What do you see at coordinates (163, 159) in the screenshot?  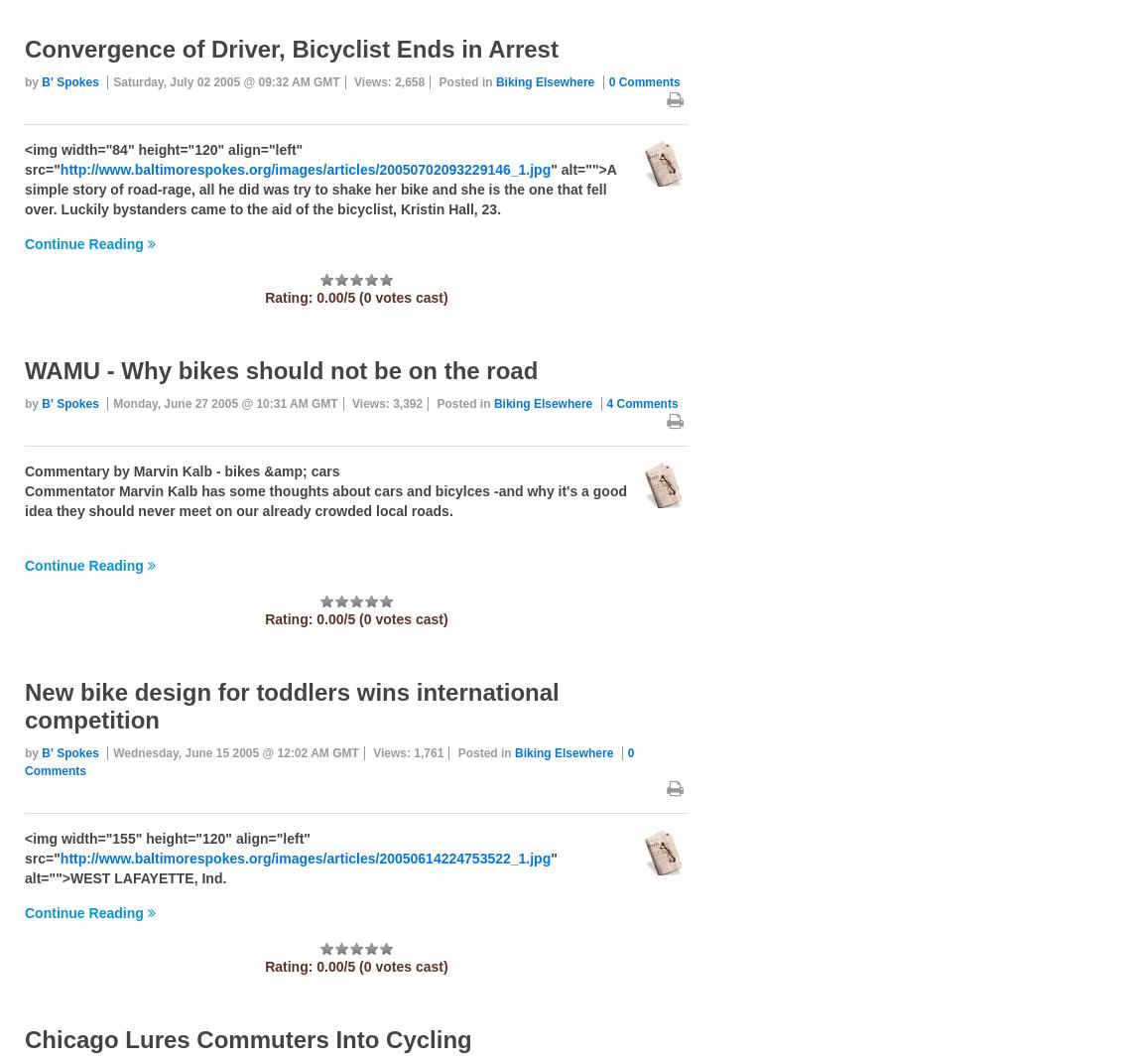 I see `'<img width="84" height="120" align="left" src="'` at bounding box center [163, 159].